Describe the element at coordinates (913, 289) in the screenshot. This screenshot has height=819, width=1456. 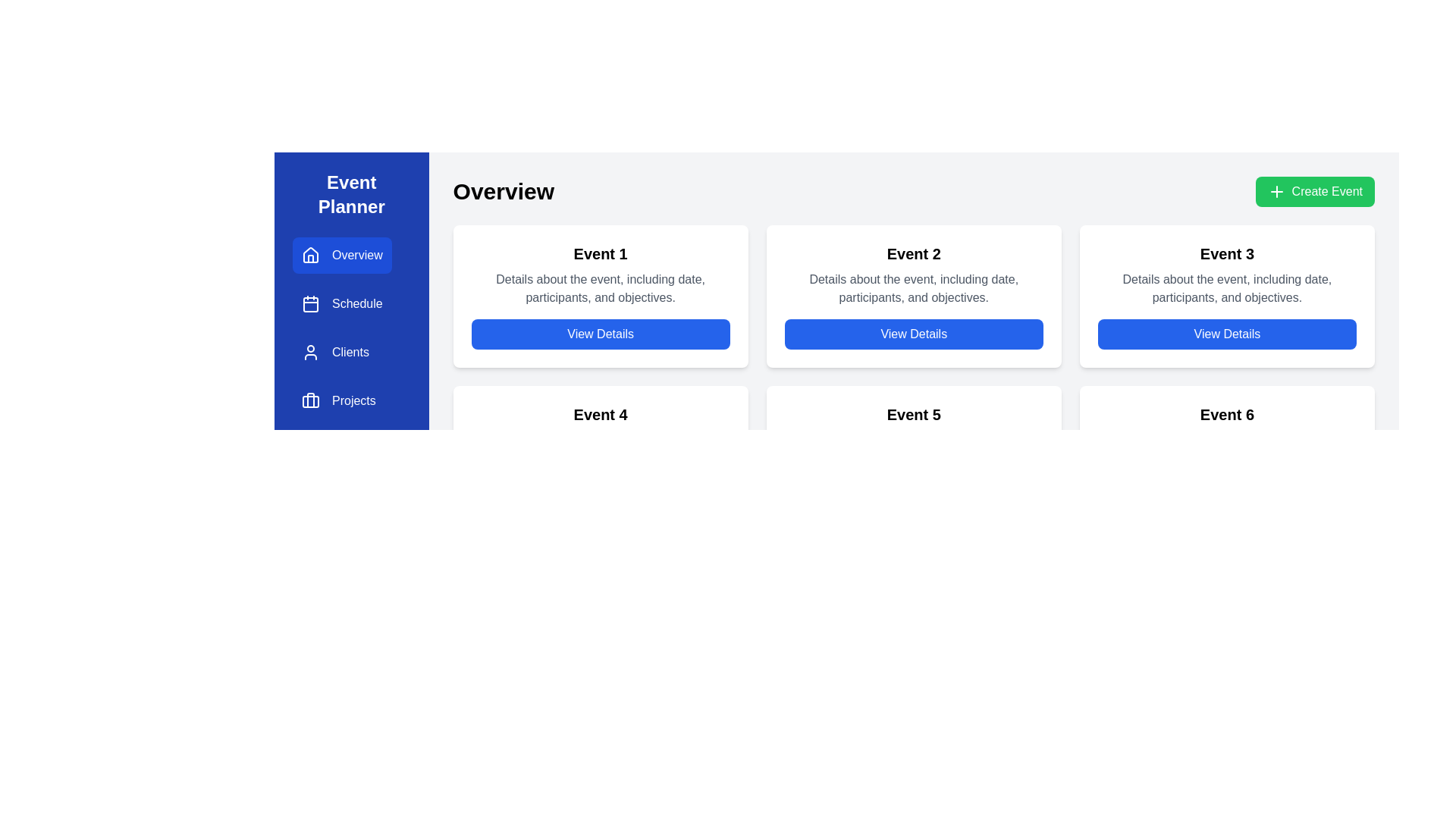
I see `the textual description element located under the heading 'Event 2', which reads: 'Details about the event, including date, participants, and objectives.'` at that location.